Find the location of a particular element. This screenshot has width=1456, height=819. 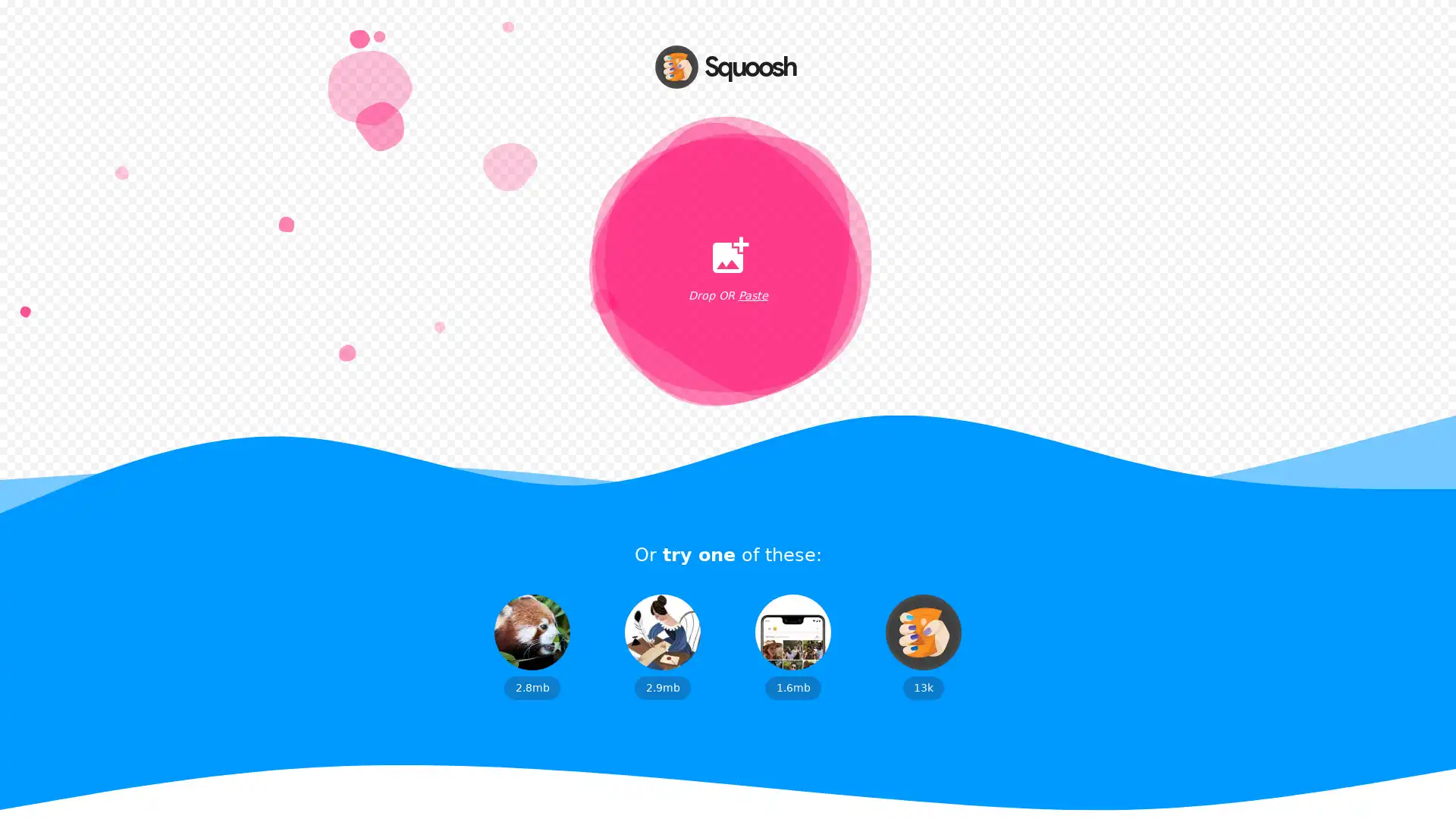

Large photo 2.8mb is located at coordinates (532, 646).